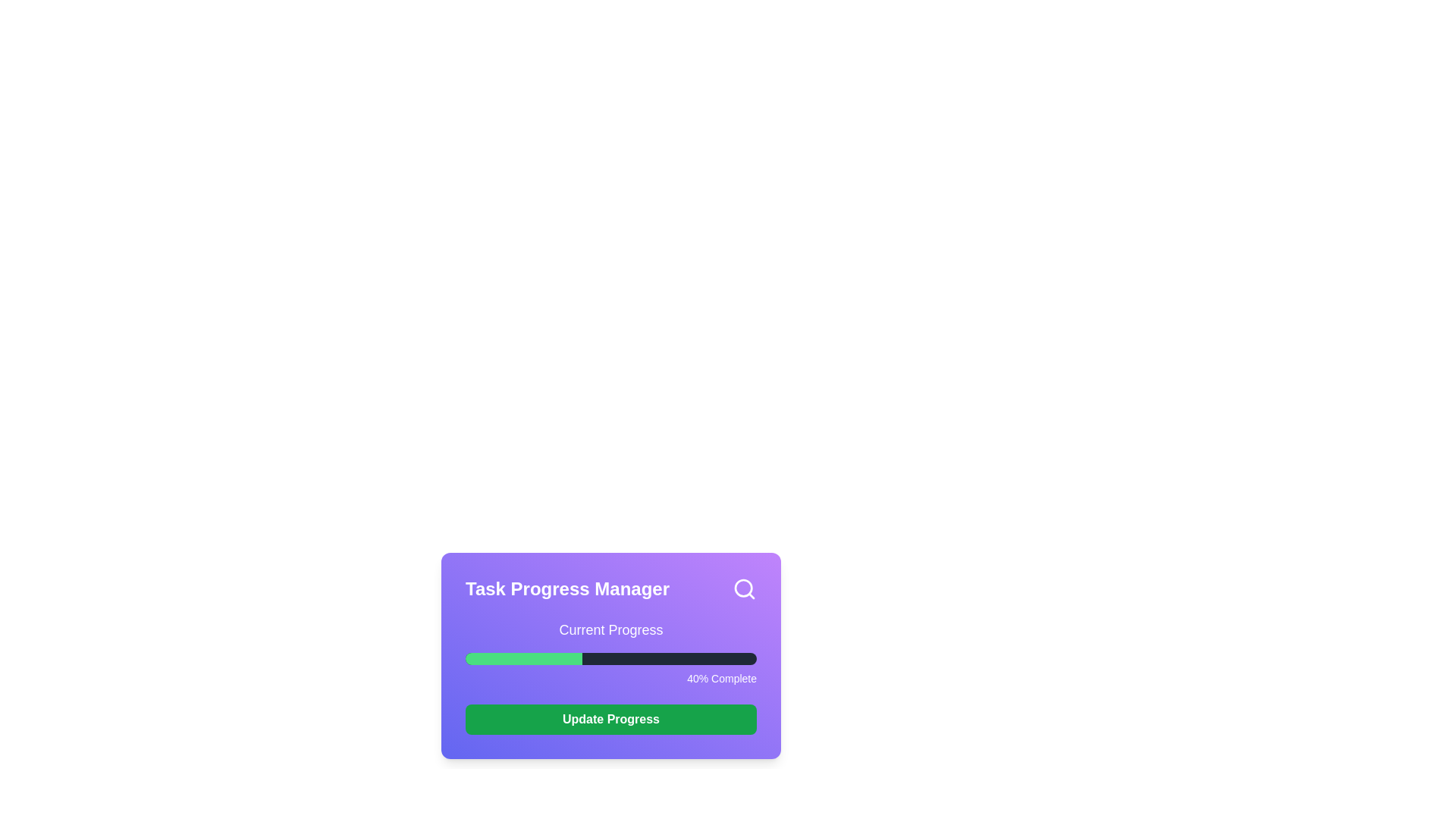  What do you see at coordinates (611, 657) in the screenshot?
I see `keyboard navigation` at bounding box center [611, 657].